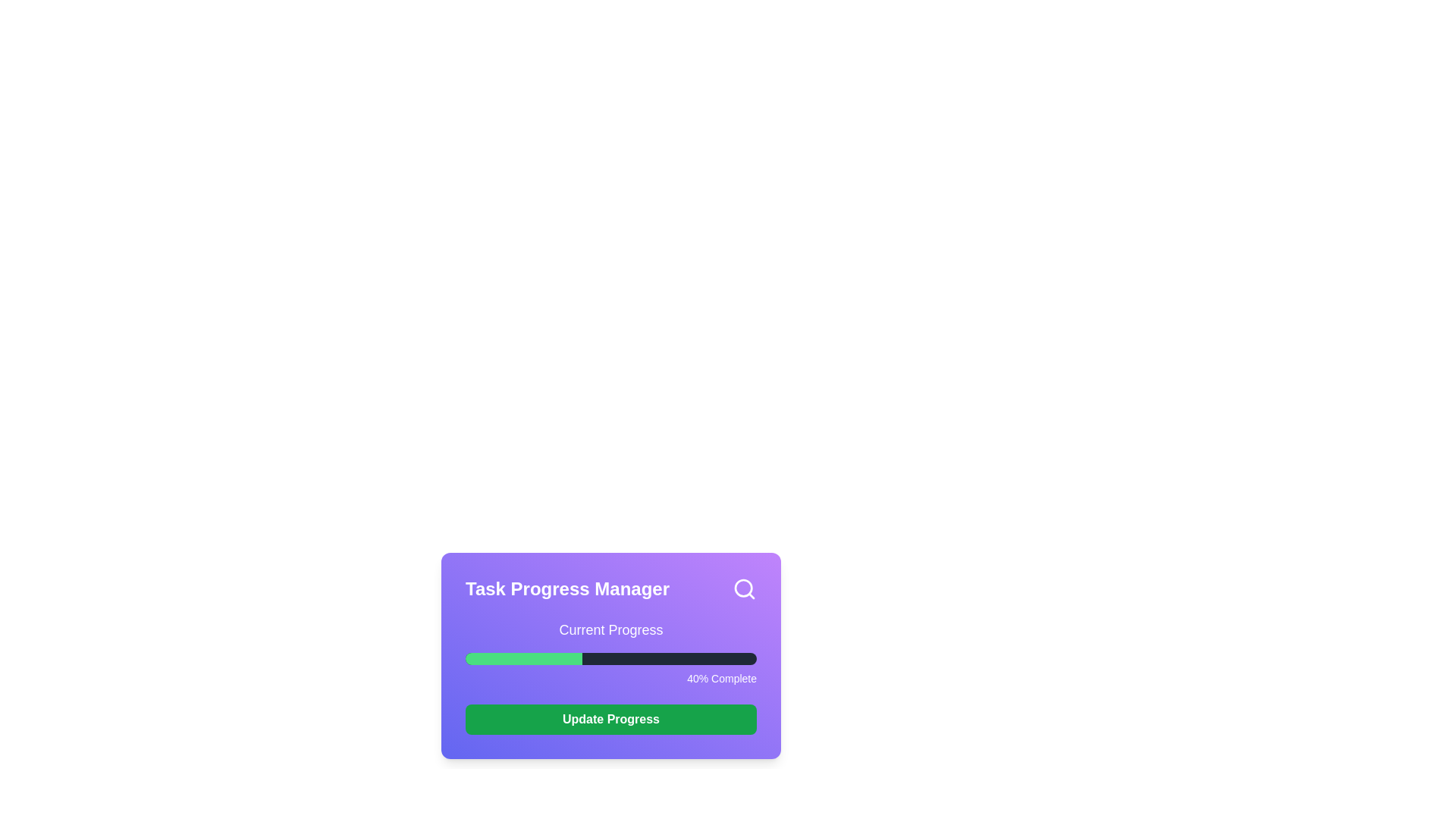  What do you see at coordinates (611, 657) in the screenshot?
I see `keyboard navigation` at bounding box center [611, 657].